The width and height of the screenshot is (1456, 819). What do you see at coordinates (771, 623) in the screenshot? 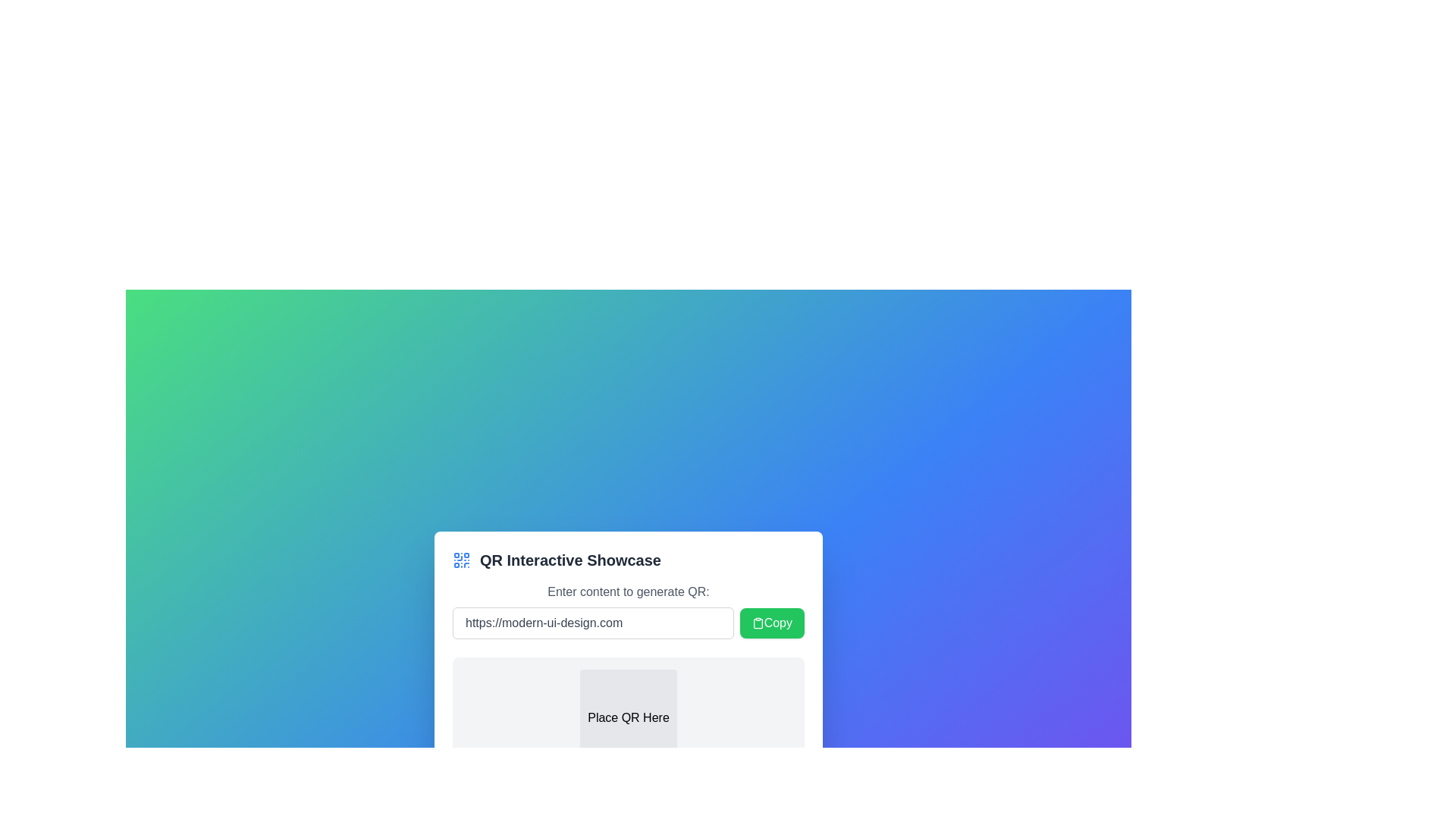
I see `the green 'Copy' button with a clipboard icon to copy the text from the input field displaying 'https://modern-ui-design.com'` at bounding box center [771, 623].